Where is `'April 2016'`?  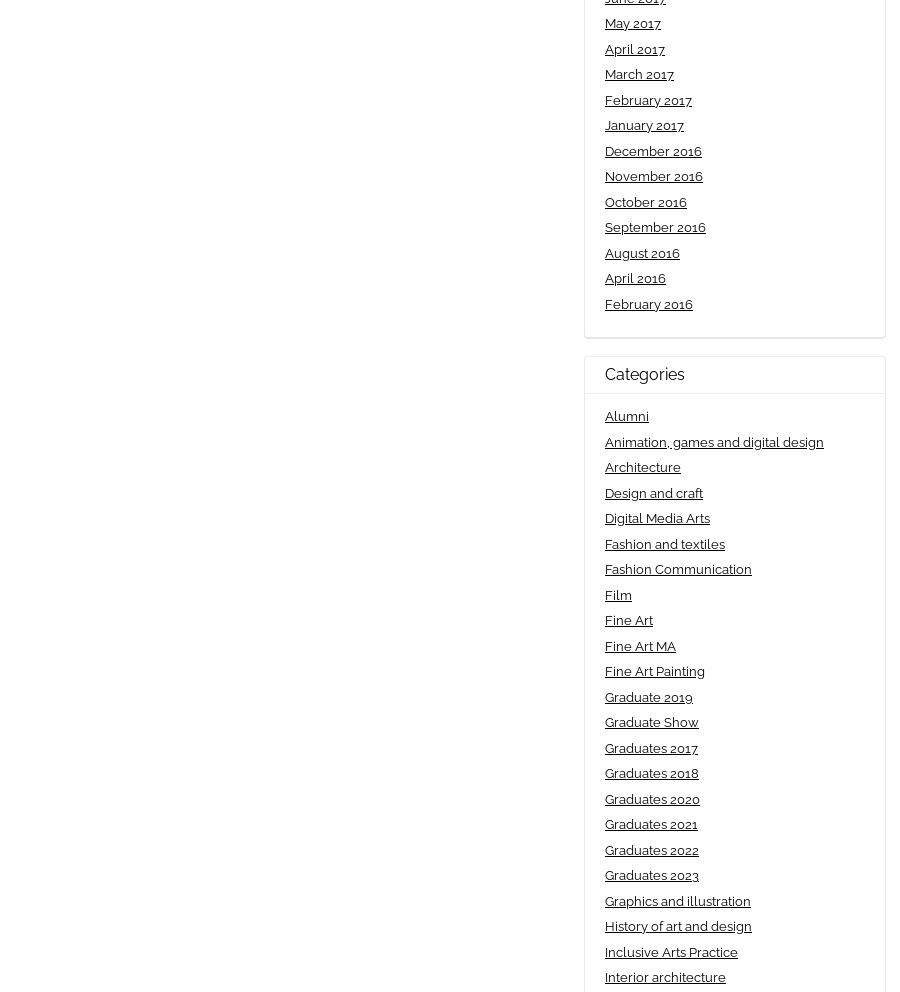
'April 2016' is located at coordinates (604, 277).